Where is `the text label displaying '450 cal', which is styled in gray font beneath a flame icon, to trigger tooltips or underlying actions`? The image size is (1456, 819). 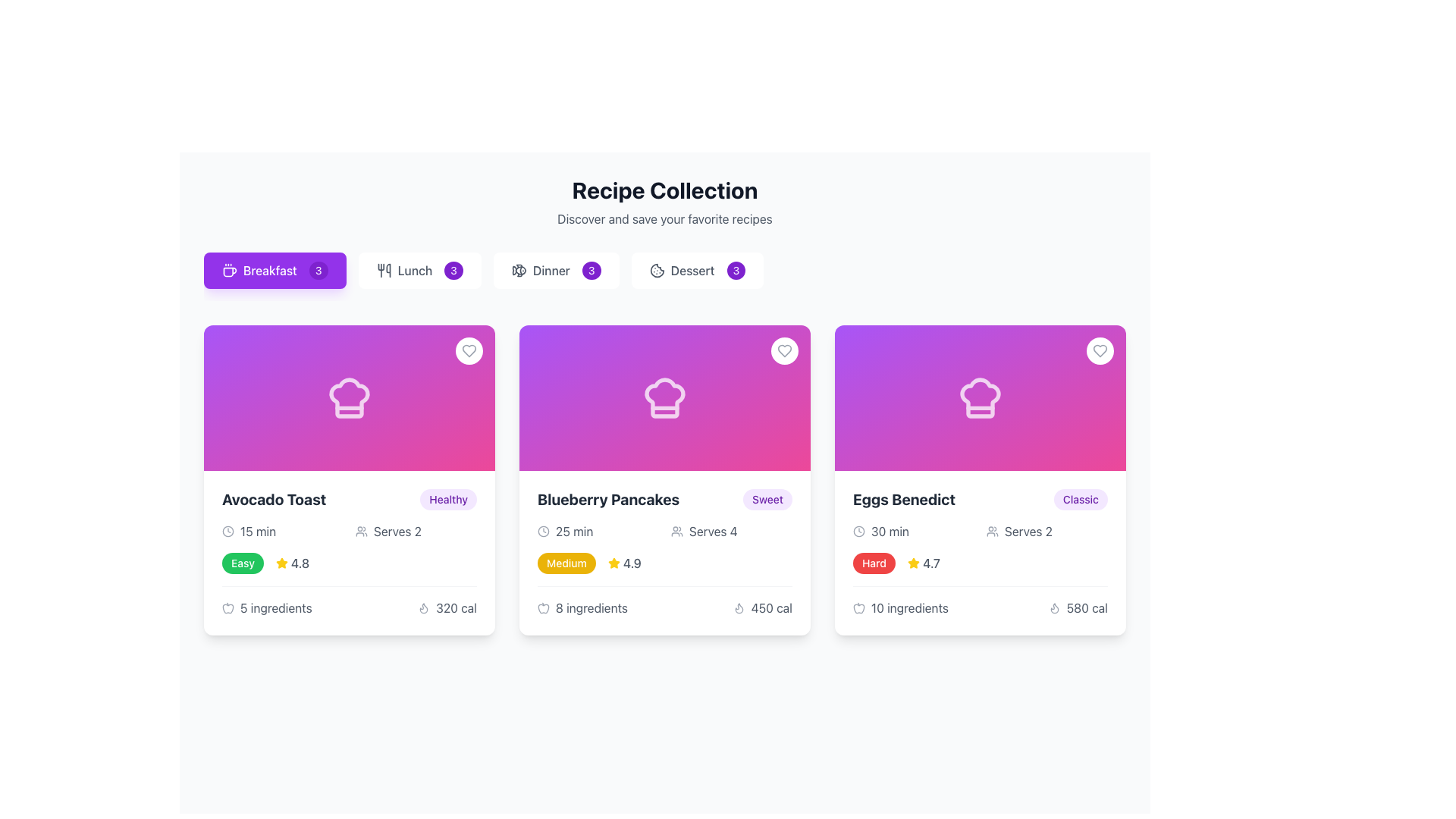 the text label displaying '450 cal', which is styled in gray font beneath a flame icon, to trigger tooltips or underlying actions is located at coordinates (771, 607).